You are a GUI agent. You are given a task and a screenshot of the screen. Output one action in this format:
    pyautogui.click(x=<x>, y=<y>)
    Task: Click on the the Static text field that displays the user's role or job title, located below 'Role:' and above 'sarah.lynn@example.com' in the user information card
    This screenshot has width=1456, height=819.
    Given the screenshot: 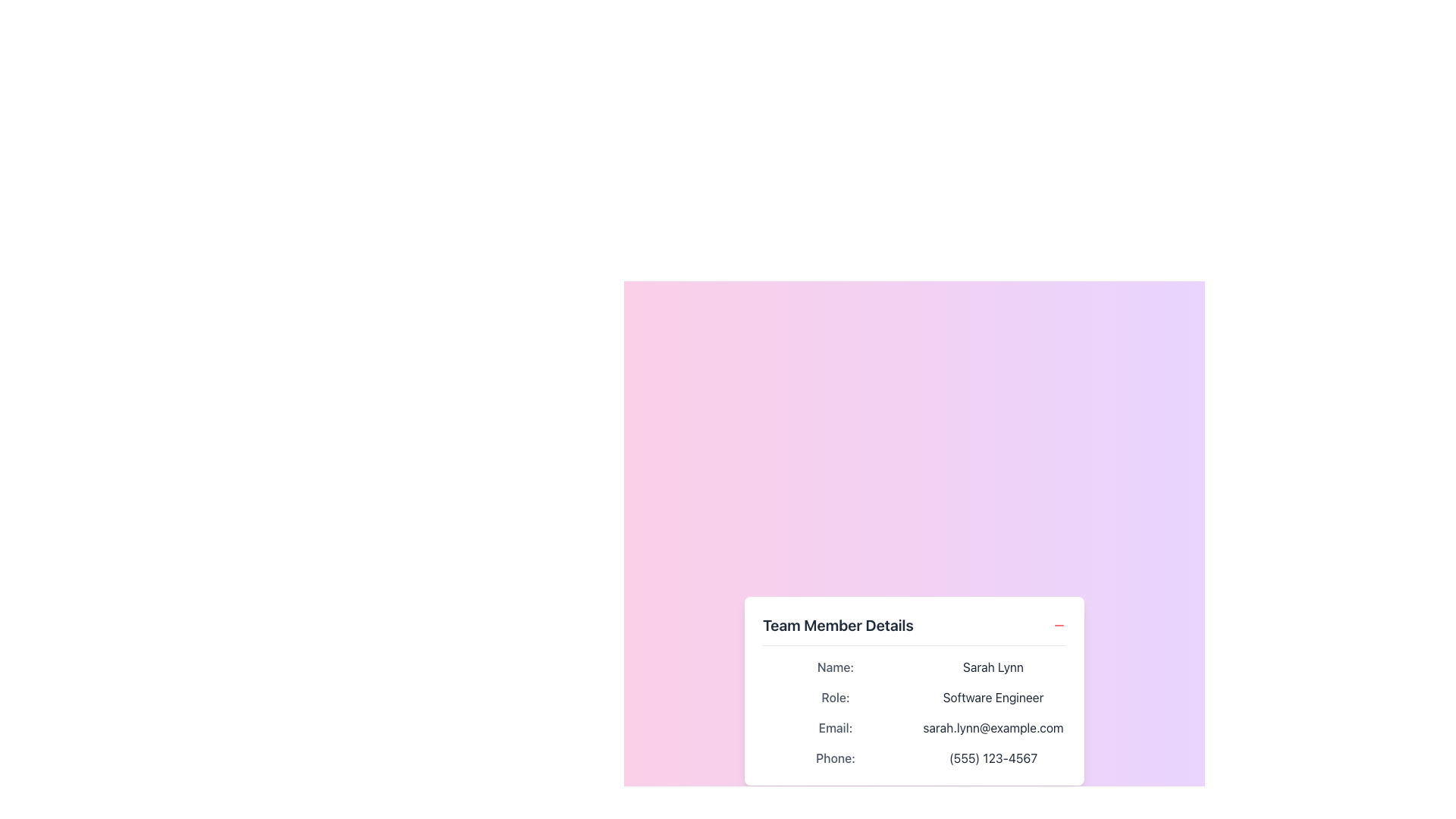 What is the action you would take?
    pyautogui.click(x=993, y=696)
    